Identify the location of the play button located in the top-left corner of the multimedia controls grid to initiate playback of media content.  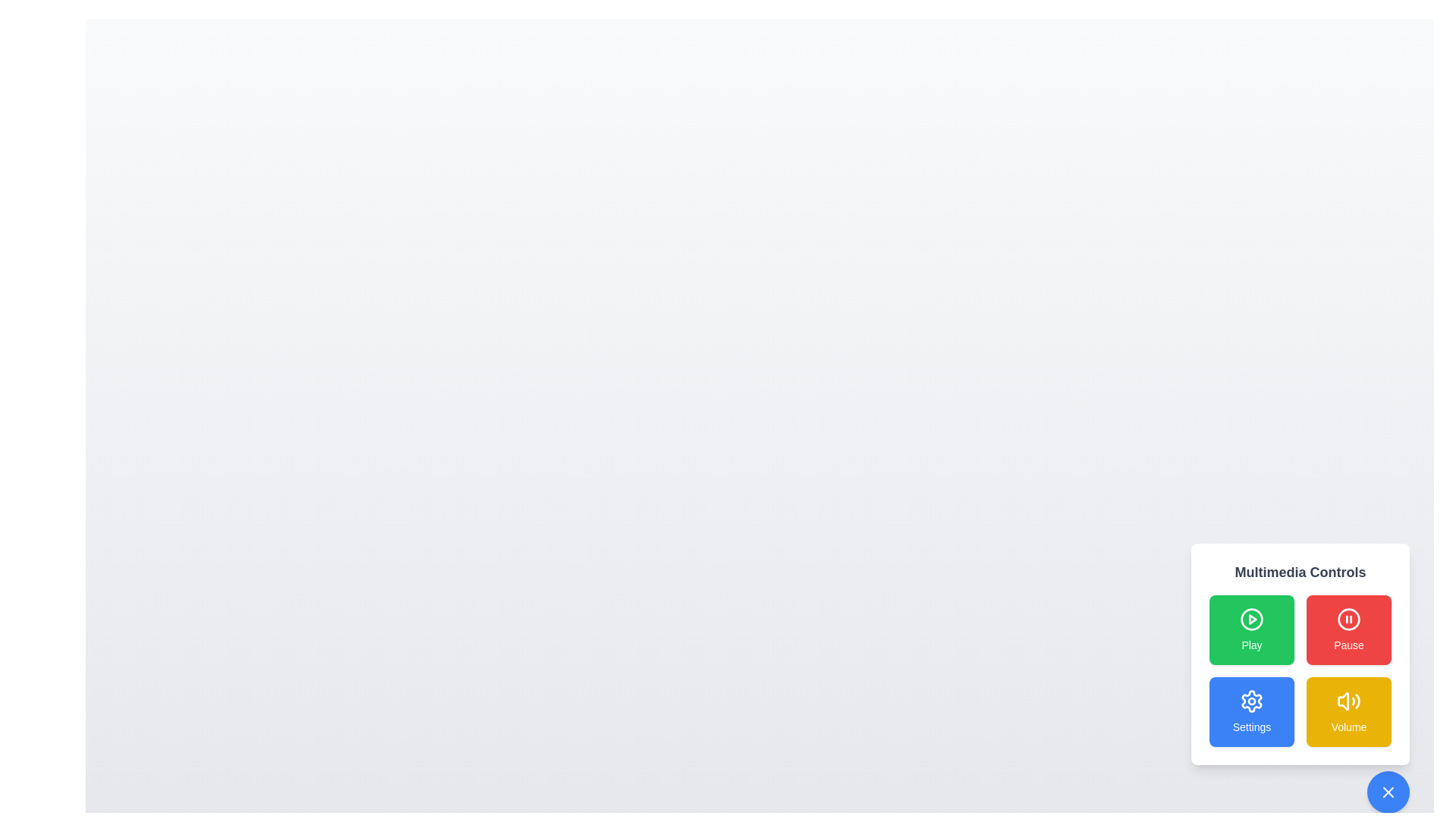
(1252, 629).